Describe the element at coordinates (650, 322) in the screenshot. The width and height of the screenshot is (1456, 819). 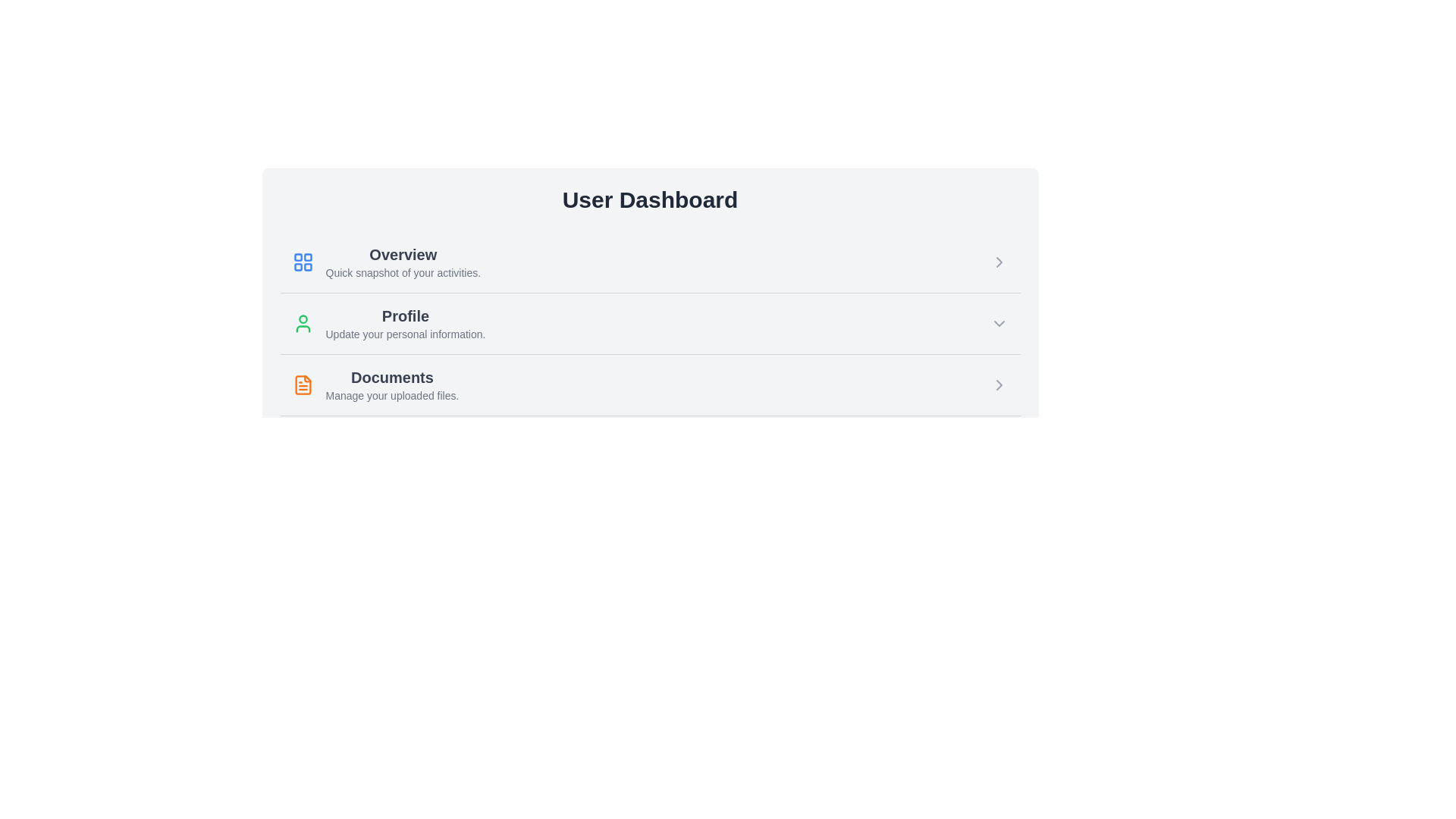
I see `the second menu option in the 'User Dashboard' that navigates to profile management or expands` at that location.